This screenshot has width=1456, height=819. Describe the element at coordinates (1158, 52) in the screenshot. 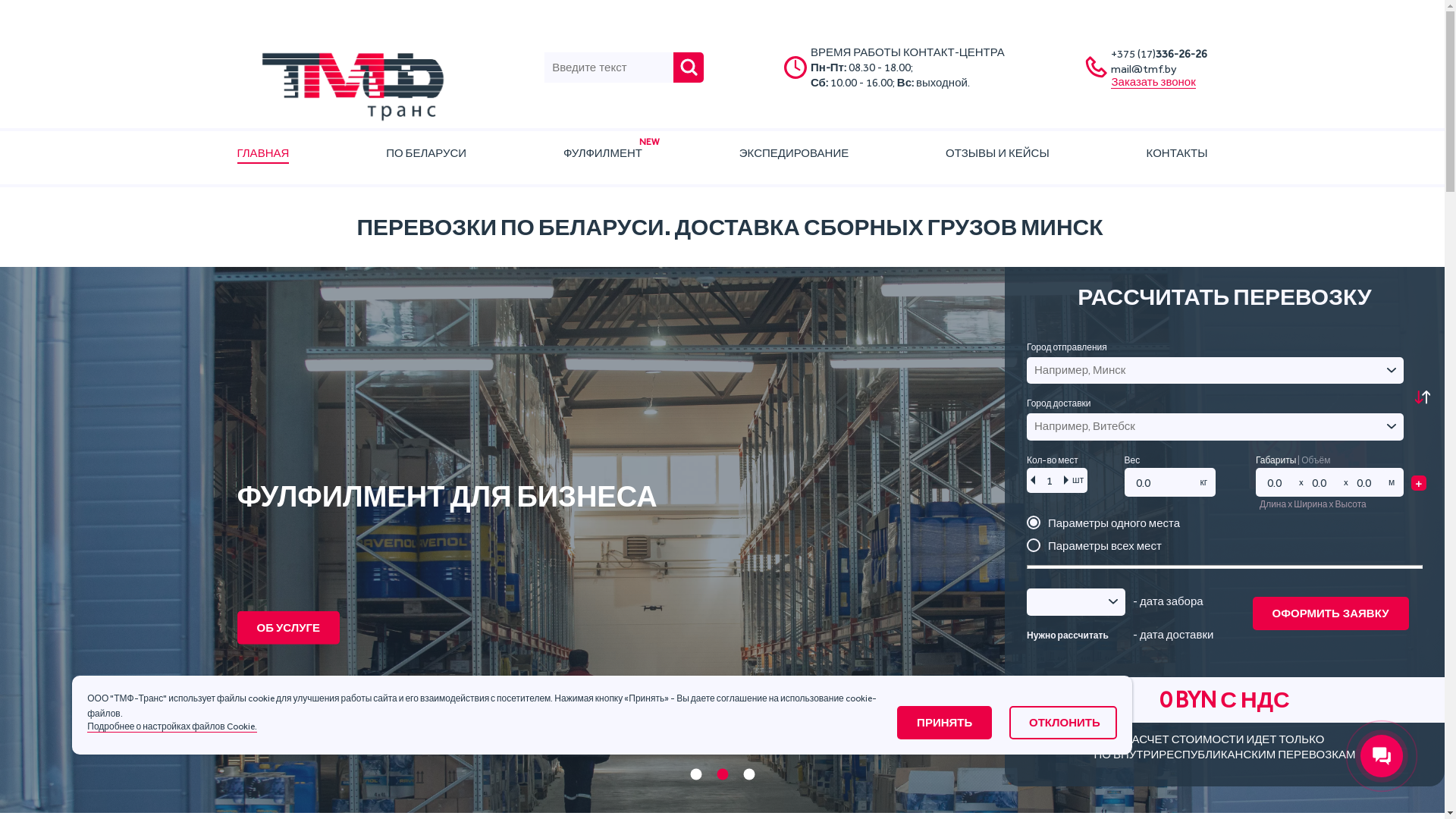

I see `'+375 (17)336-26-26'` at that location.